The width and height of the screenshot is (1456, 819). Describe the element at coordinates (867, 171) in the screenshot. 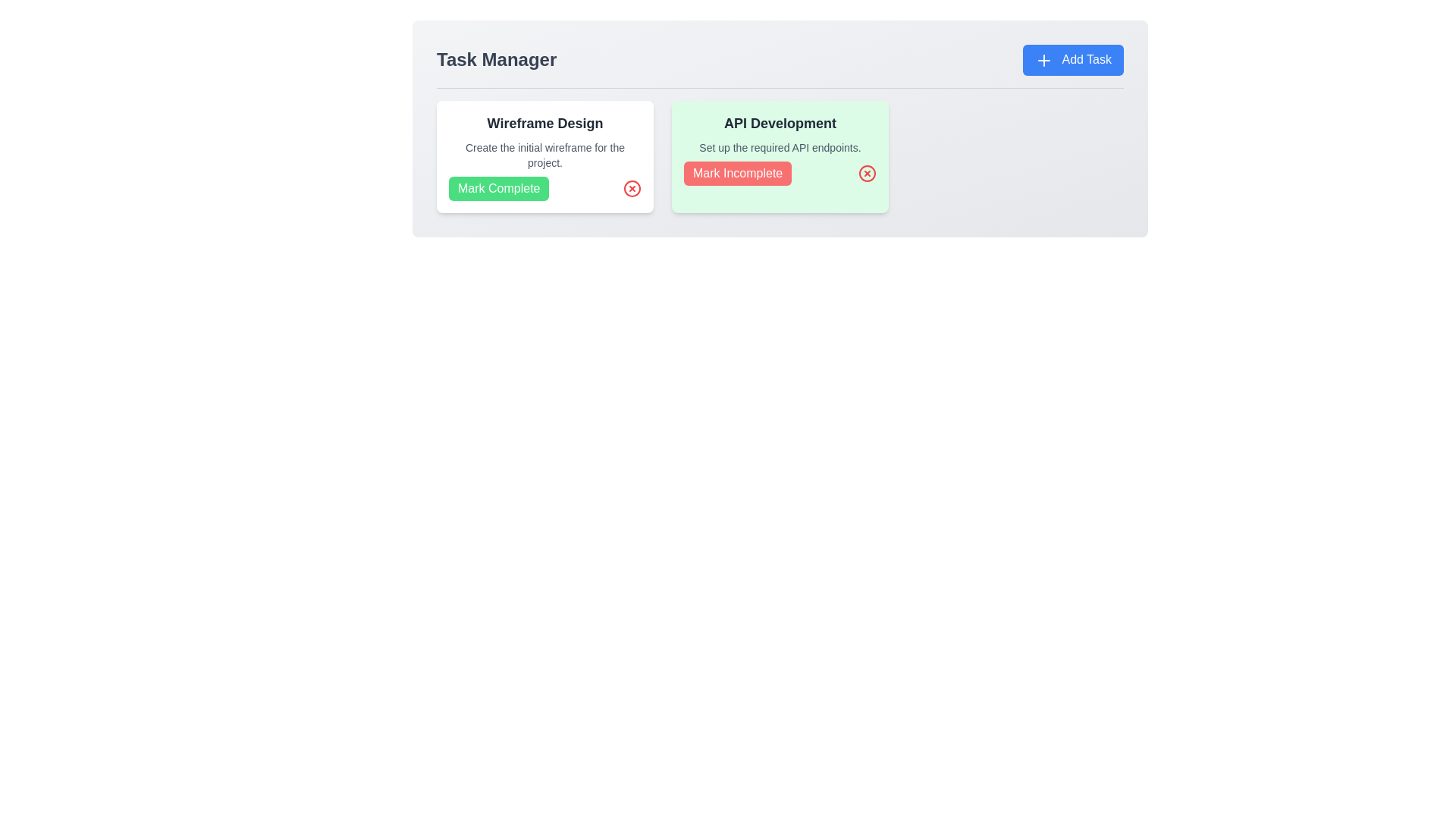

I see `the delete or remove button located in the 'API Development' task card towards the top-right corner, directly to the right of the 'Mark Incomplete' button` at that location.